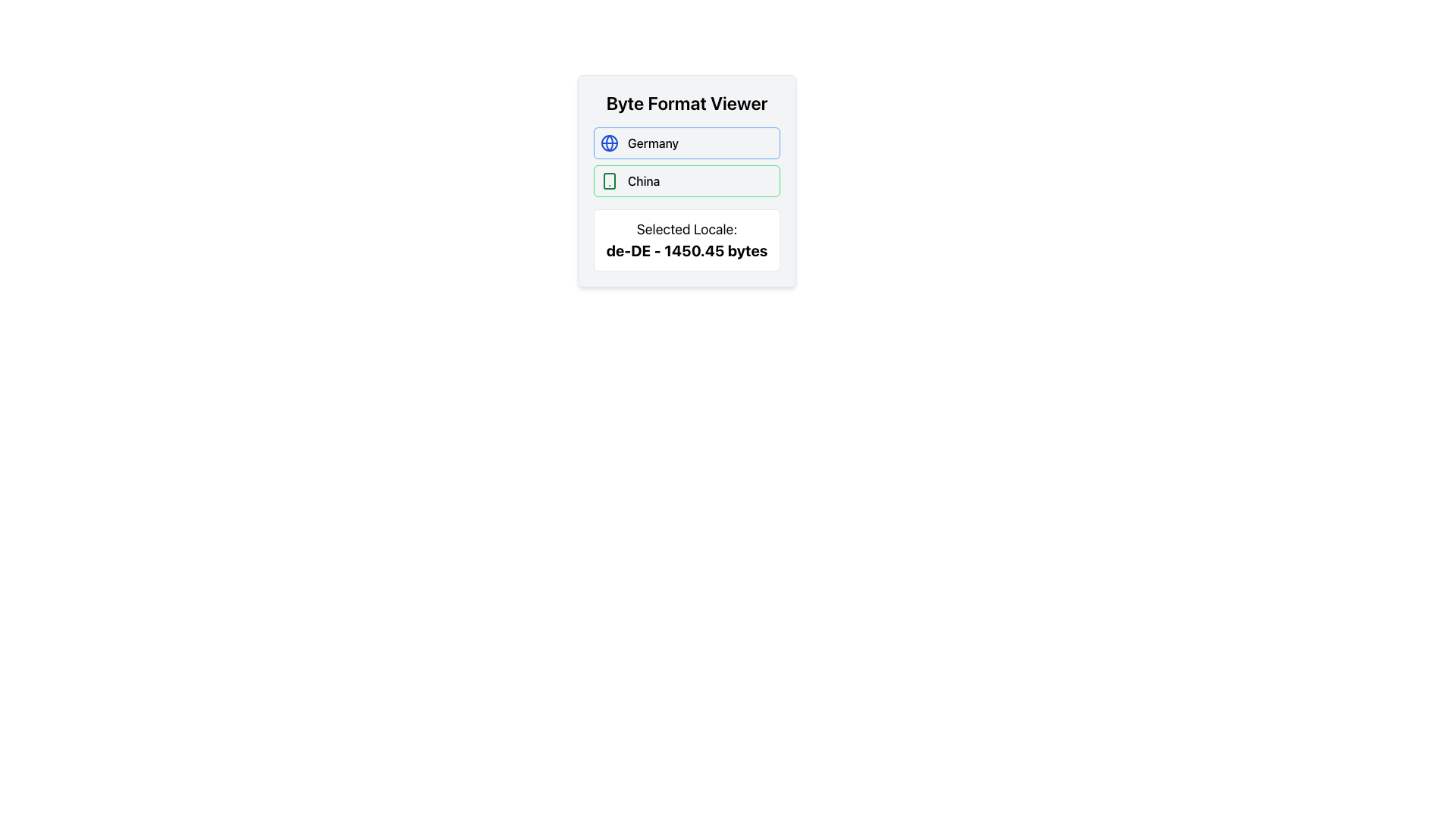 The height and width of the screenshot is (819, 1456). Describe the element at coordinates (610, 143) in the screenshot. I see `the inner circle of the globe icon that is adjacent to the 'Germany' text in the horizontal selection menu` at that location.